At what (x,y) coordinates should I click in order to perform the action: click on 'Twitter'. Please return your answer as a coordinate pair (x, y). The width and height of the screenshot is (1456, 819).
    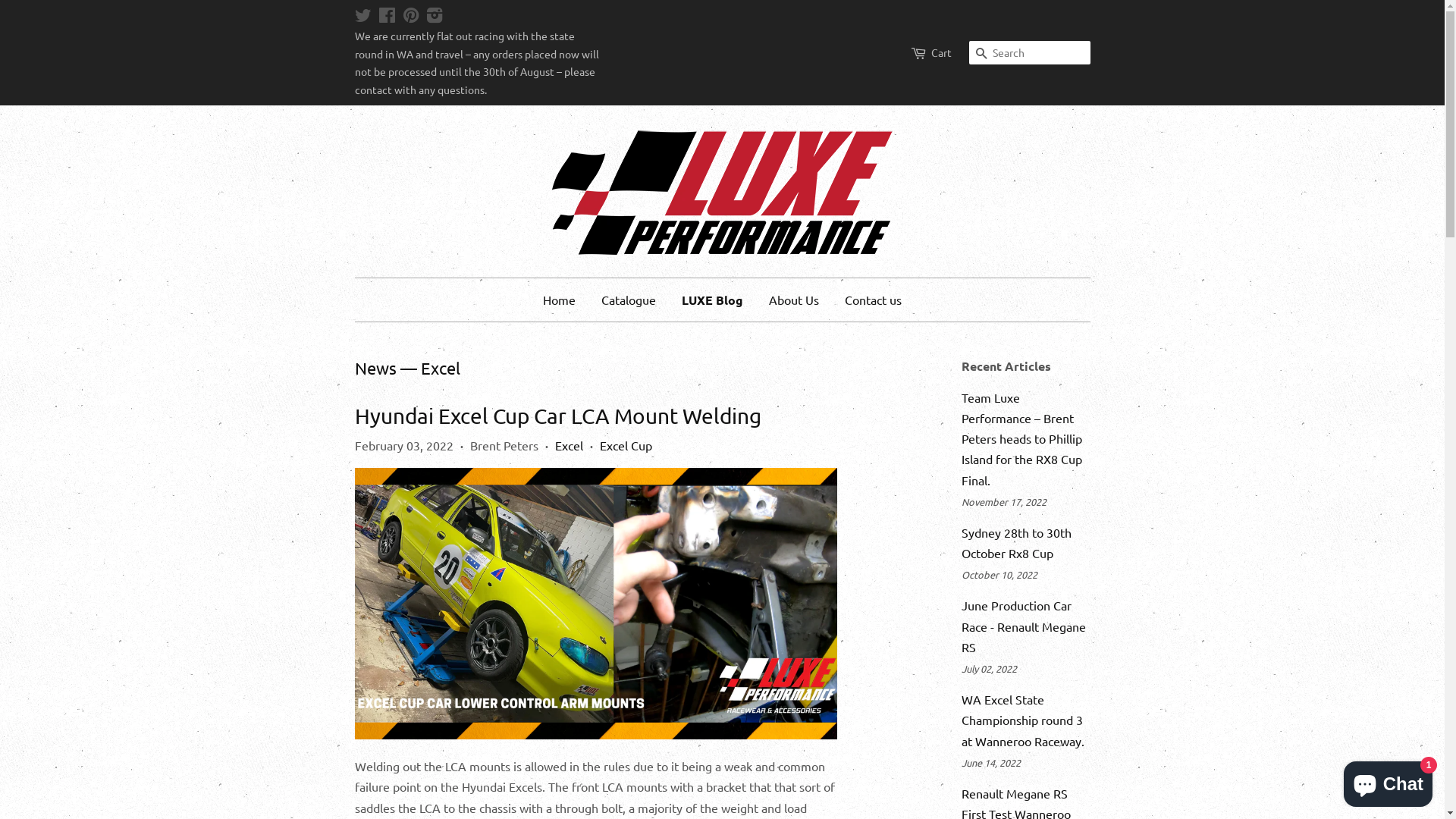
    Looking at the image, I should click on (362, 17).